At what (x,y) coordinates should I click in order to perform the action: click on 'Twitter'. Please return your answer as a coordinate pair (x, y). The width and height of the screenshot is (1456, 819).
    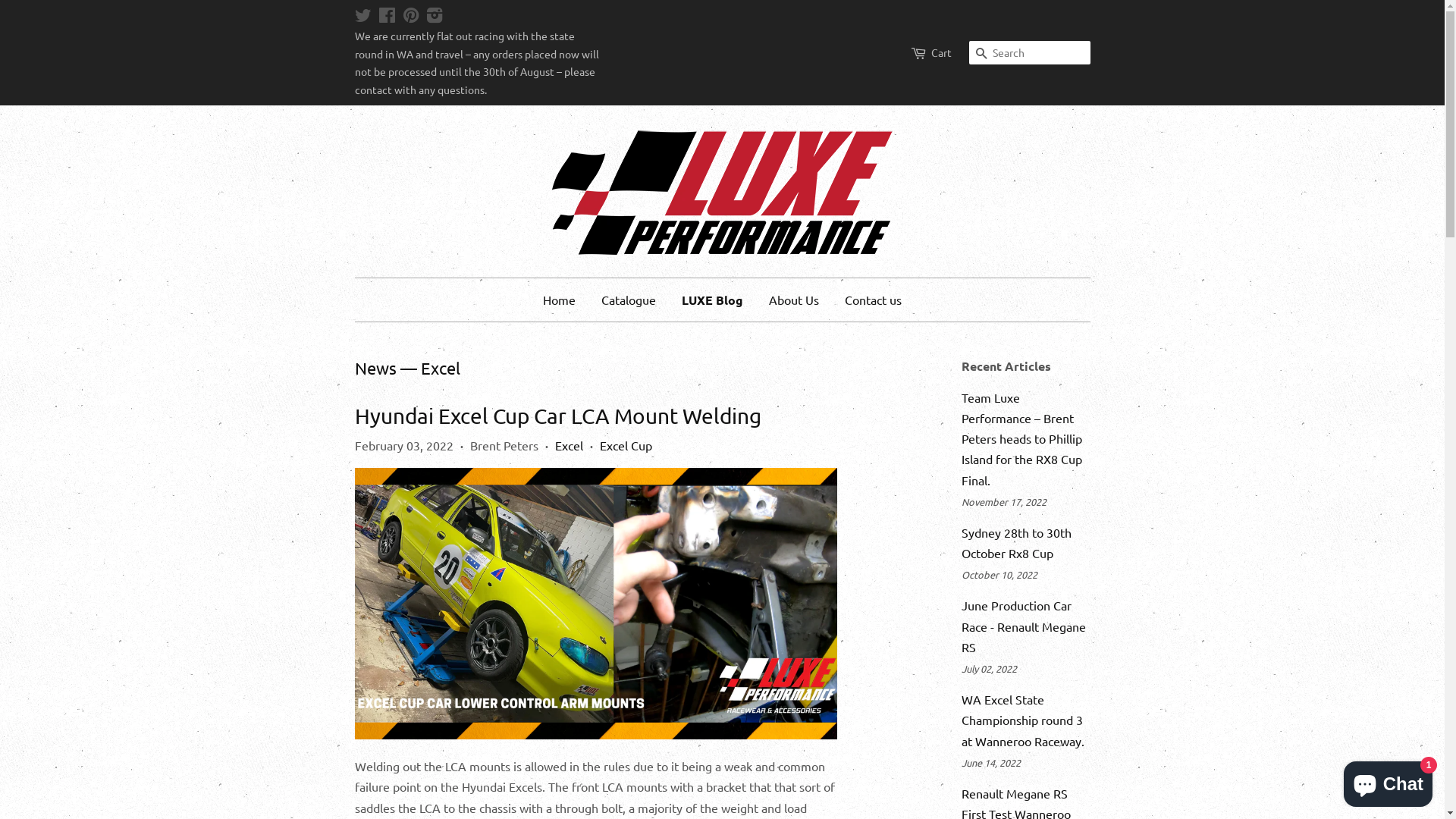
    Looking at the image, I should click on (362, 17).